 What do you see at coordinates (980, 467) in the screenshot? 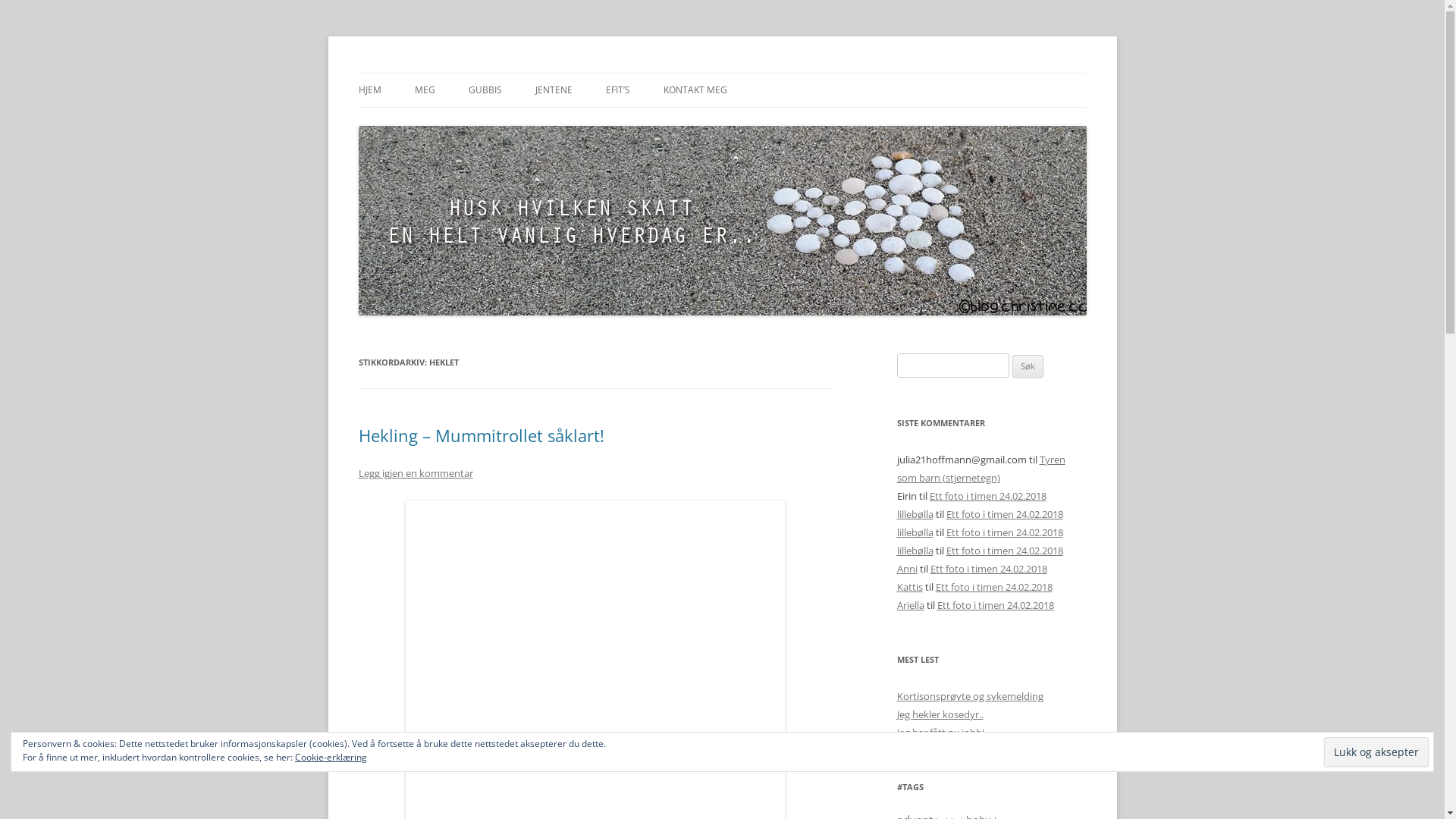
I see `'Tyren som barn (stjernetegn)'` at bounding box center [980, 467].